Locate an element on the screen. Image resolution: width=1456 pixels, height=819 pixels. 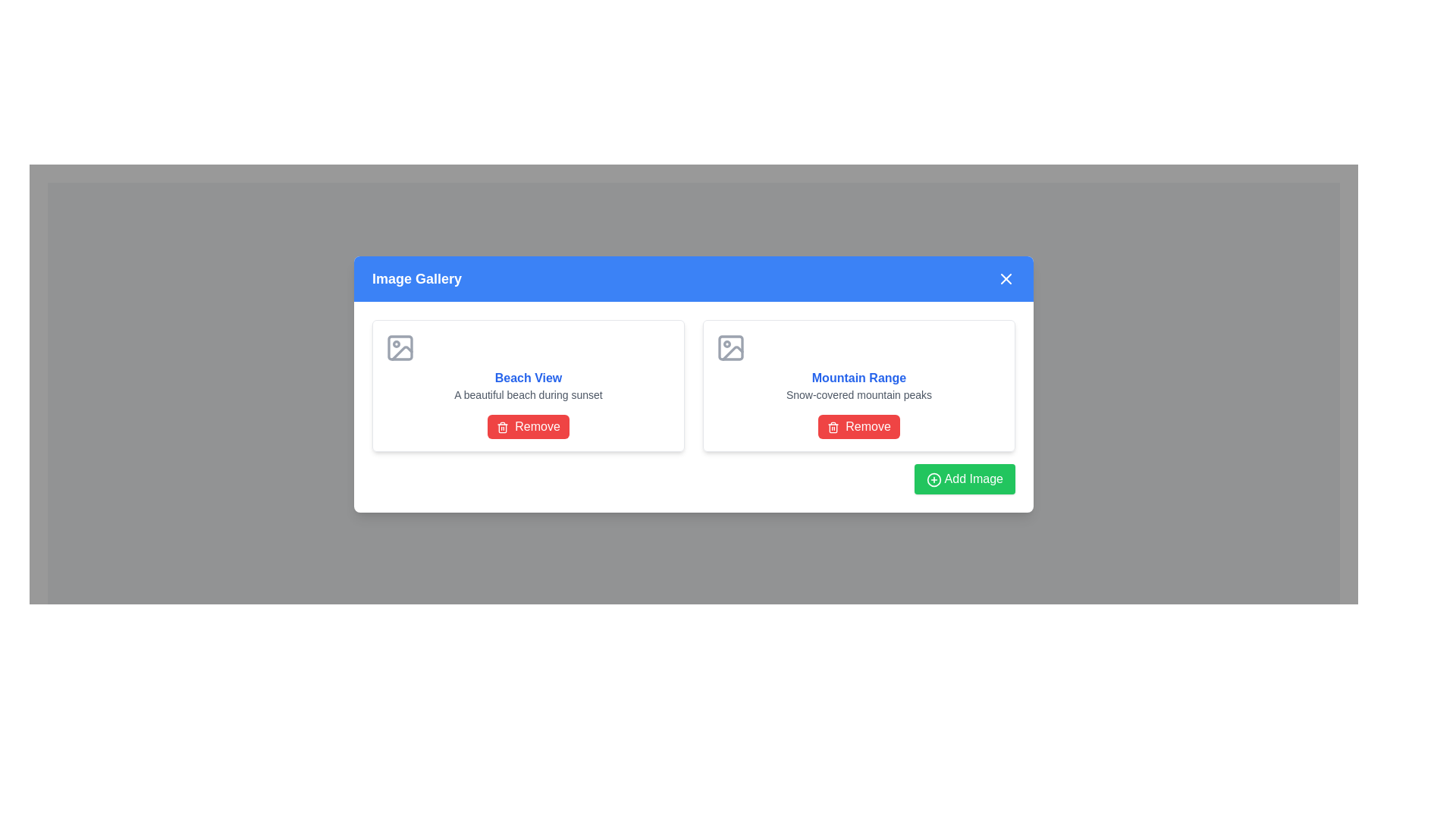
the trash bin icon within the 'Remove' button that has a red background, located at the bottom of the 'Beach View' card is located at coordinates (503, 428).